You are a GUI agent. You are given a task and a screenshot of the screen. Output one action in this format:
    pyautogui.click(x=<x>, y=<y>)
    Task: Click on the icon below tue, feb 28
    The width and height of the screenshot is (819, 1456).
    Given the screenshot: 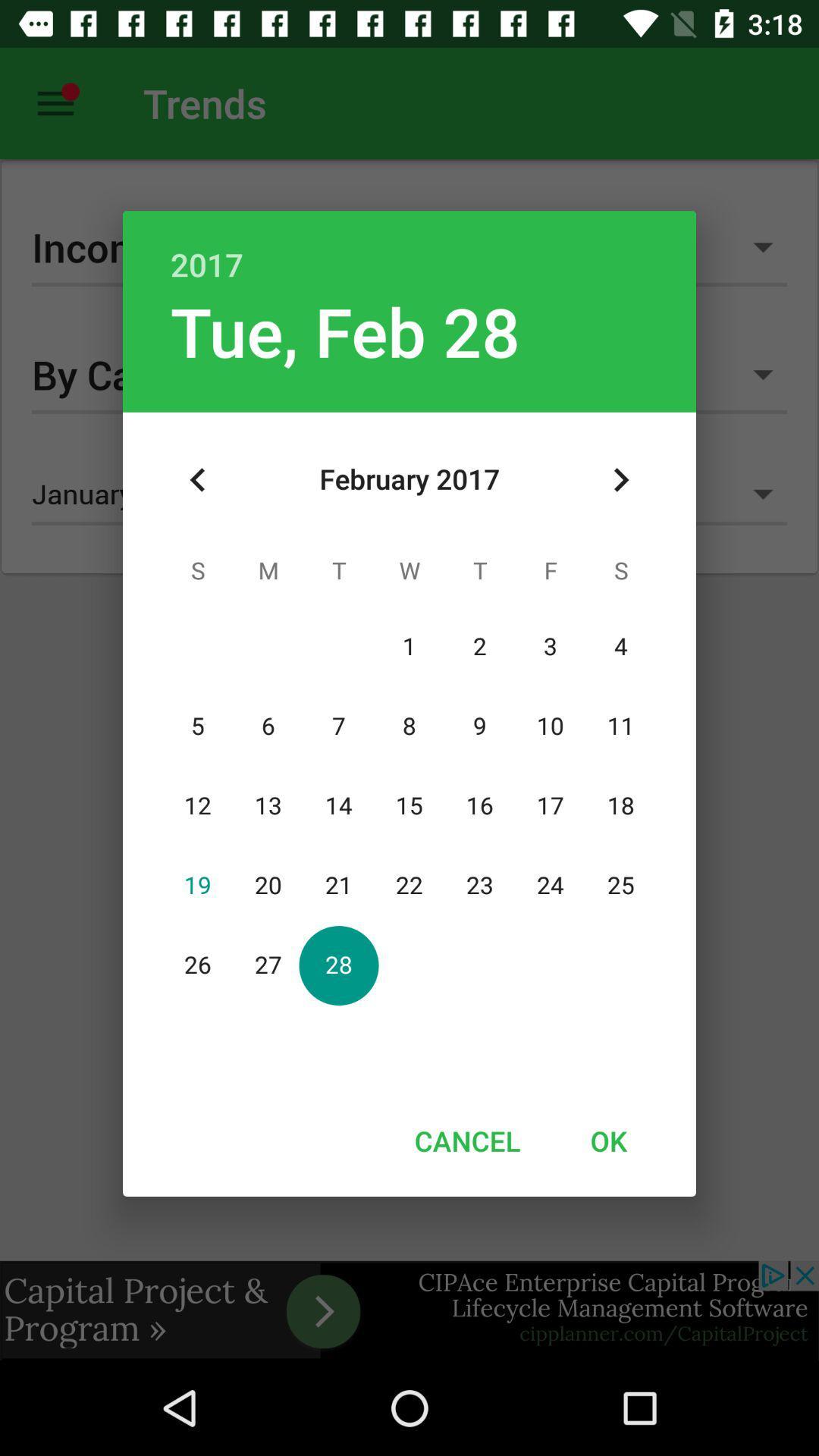 What is the action you would take?
    pyautogui.click(x=197, y=479)
    